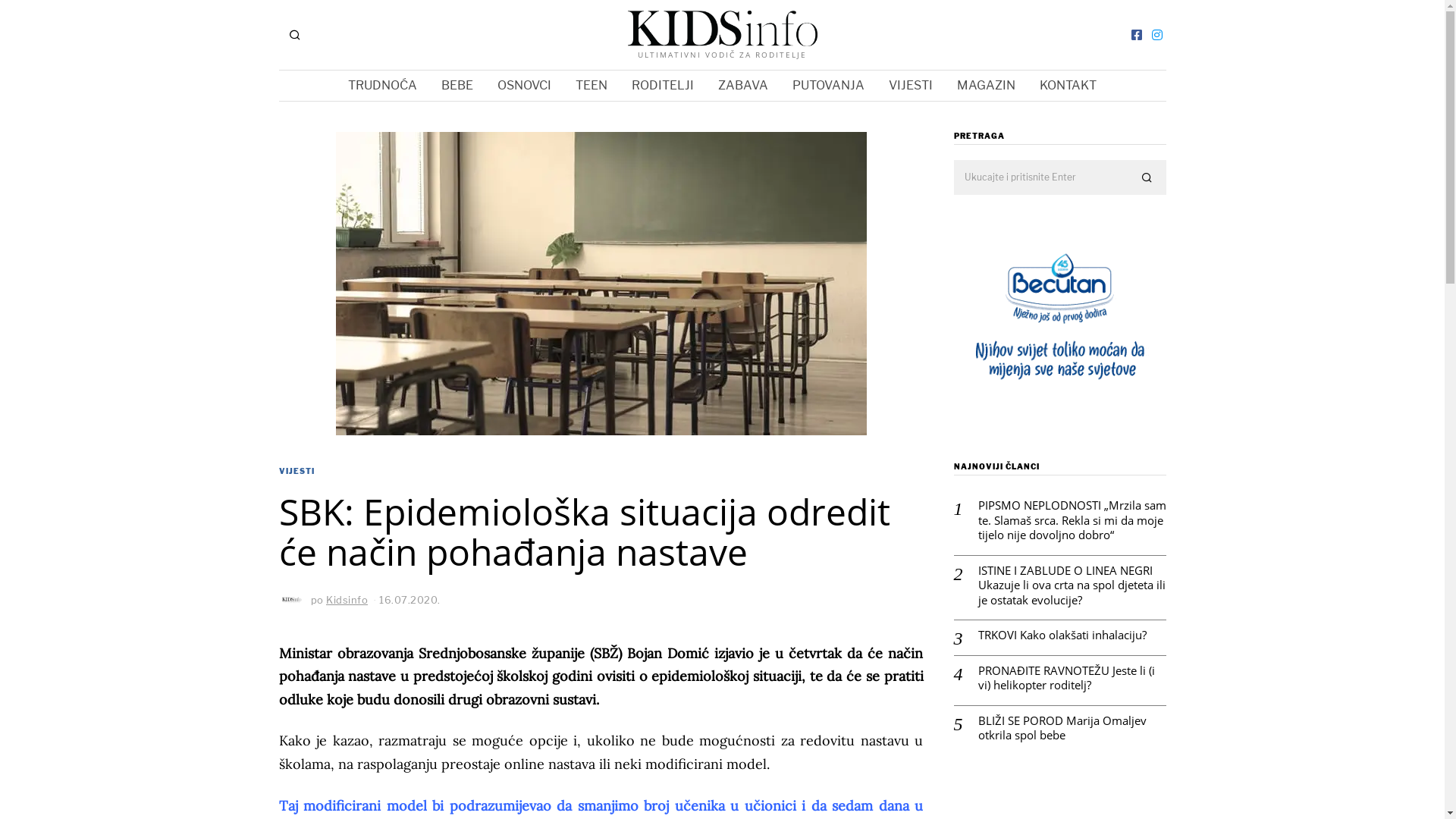  Describe the element at coordinates (946, 85) in the screenshot. I see `'MAGAZIN'` at that location.